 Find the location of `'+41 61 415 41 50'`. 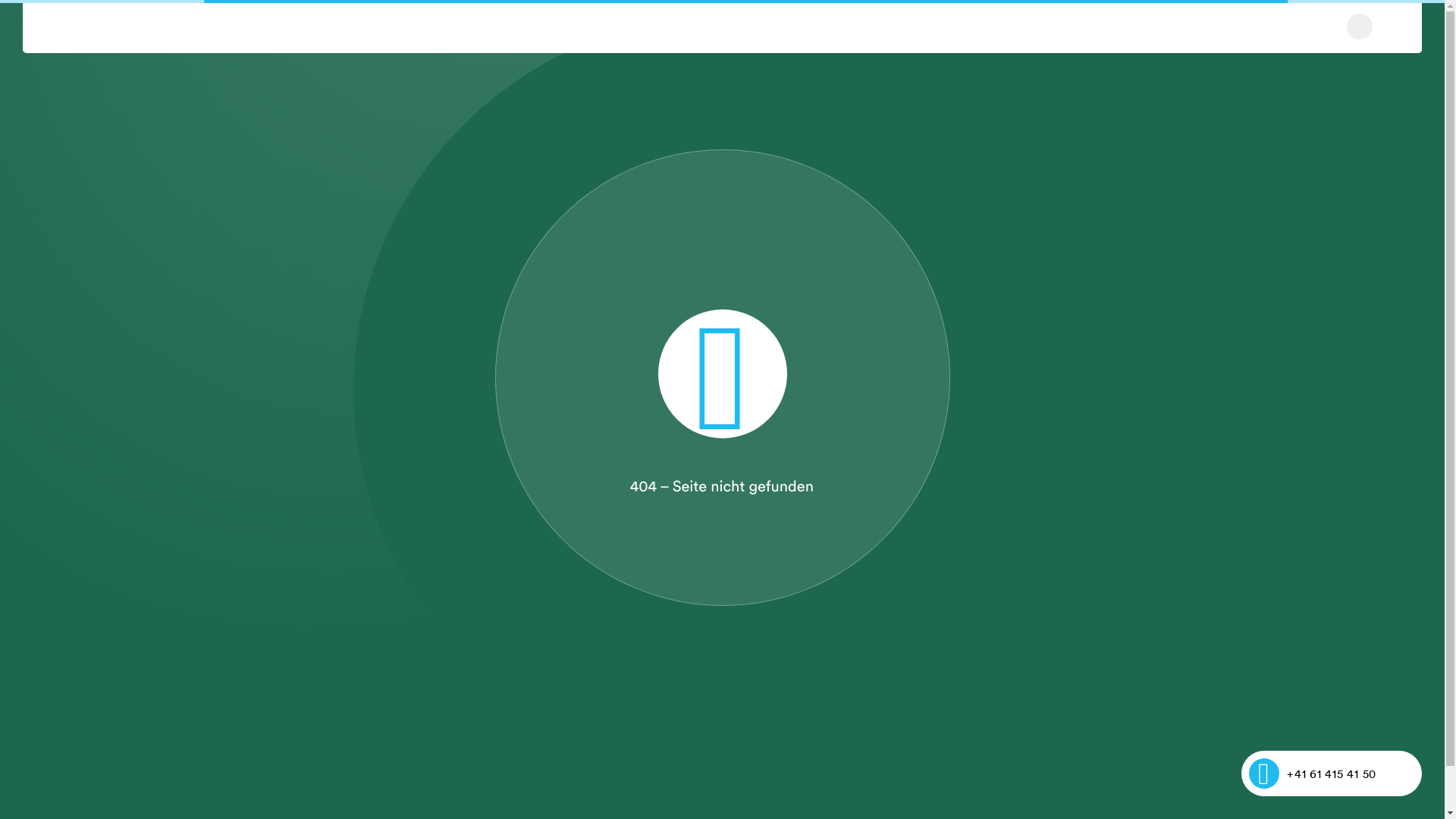

'+41 61 415 41 50' is located at coordinates (1331, 773).